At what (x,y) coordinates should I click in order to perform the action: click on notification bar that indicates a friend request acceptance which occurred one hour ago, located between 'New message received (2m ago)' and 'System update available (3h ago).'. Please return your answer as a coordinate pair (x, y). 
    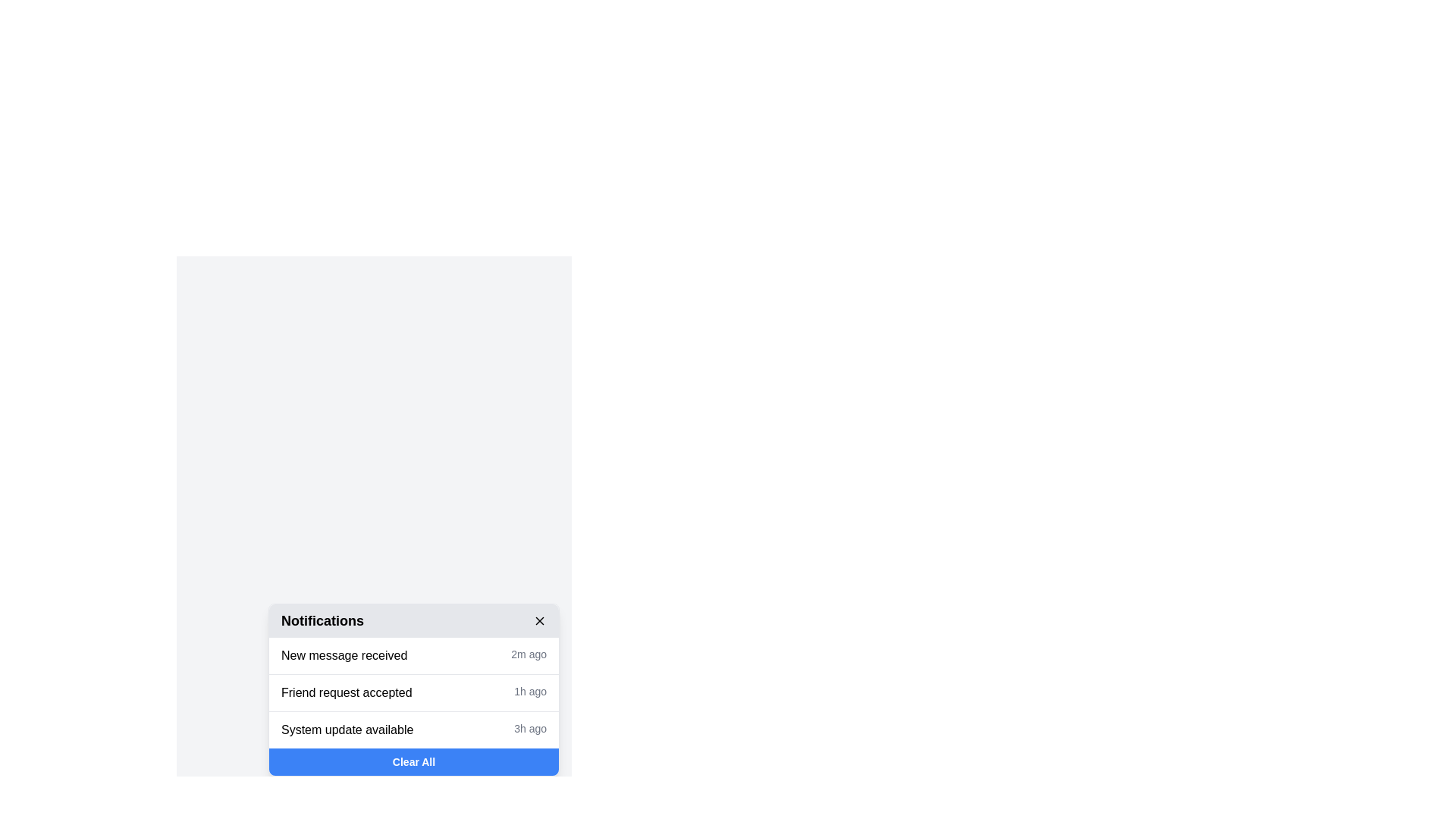
    Looking at the image, I should click on (414, 692).